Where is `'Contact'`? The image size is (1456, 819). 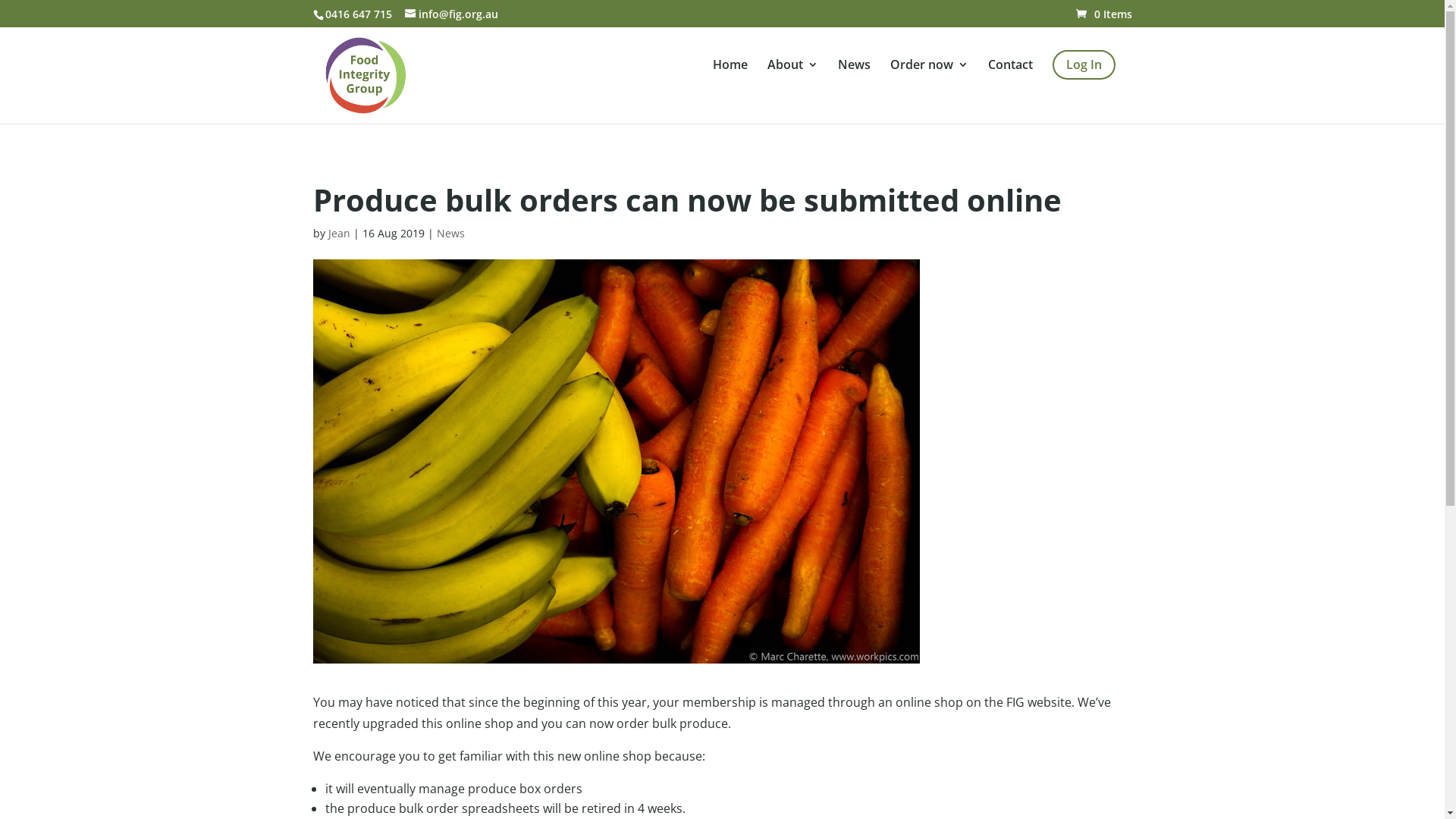
'Contact' is located at coordinates (987, 76).